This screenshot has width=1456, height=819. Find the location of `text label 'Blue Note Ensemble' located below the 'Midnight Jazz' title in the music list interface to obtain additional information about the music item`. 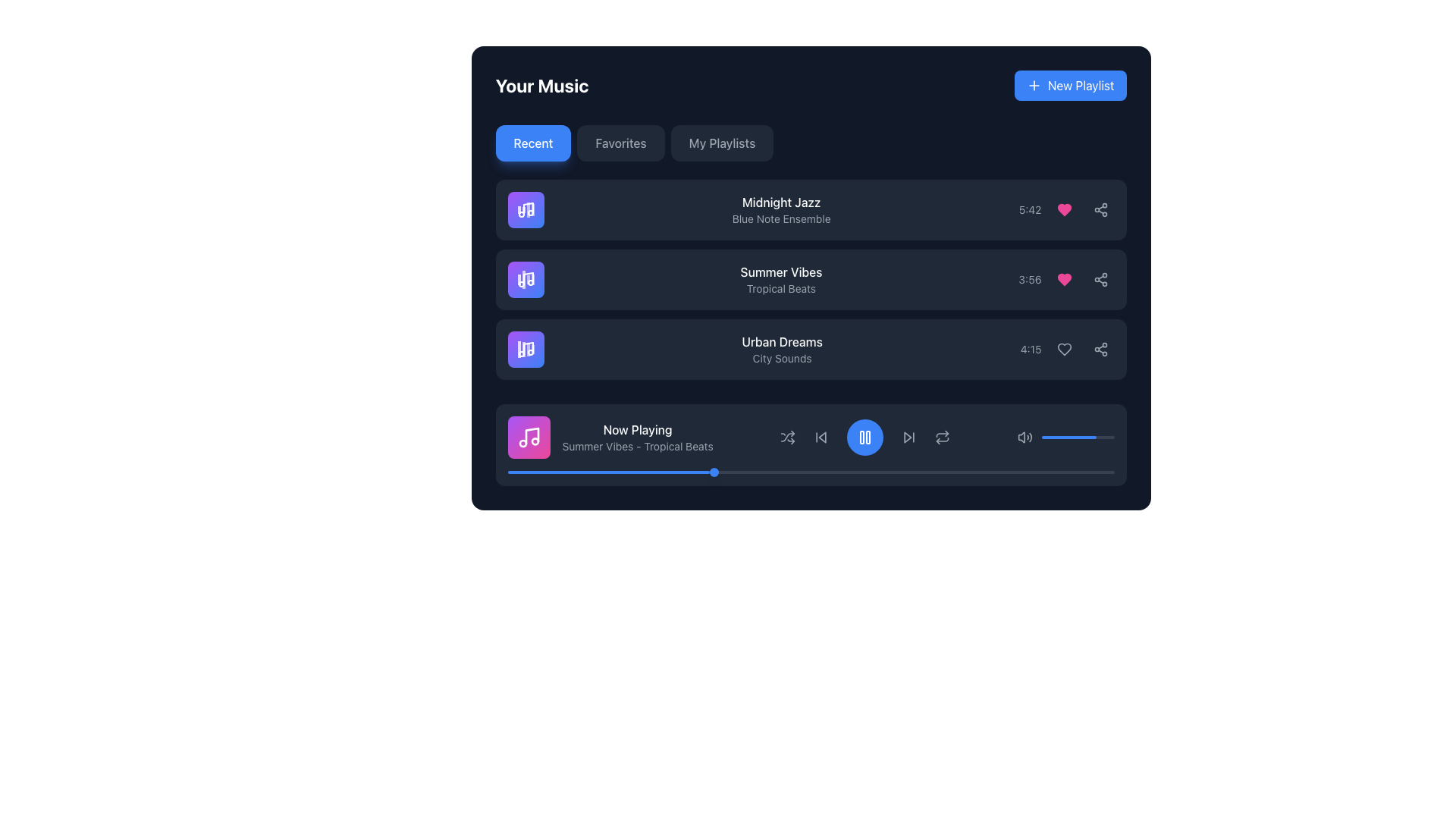

text label 'Blue Note Ensemble' located below the 'Midnight Jazz' title in the music list interface to obtain additional information about the music item is located at coordinates (781, 219).